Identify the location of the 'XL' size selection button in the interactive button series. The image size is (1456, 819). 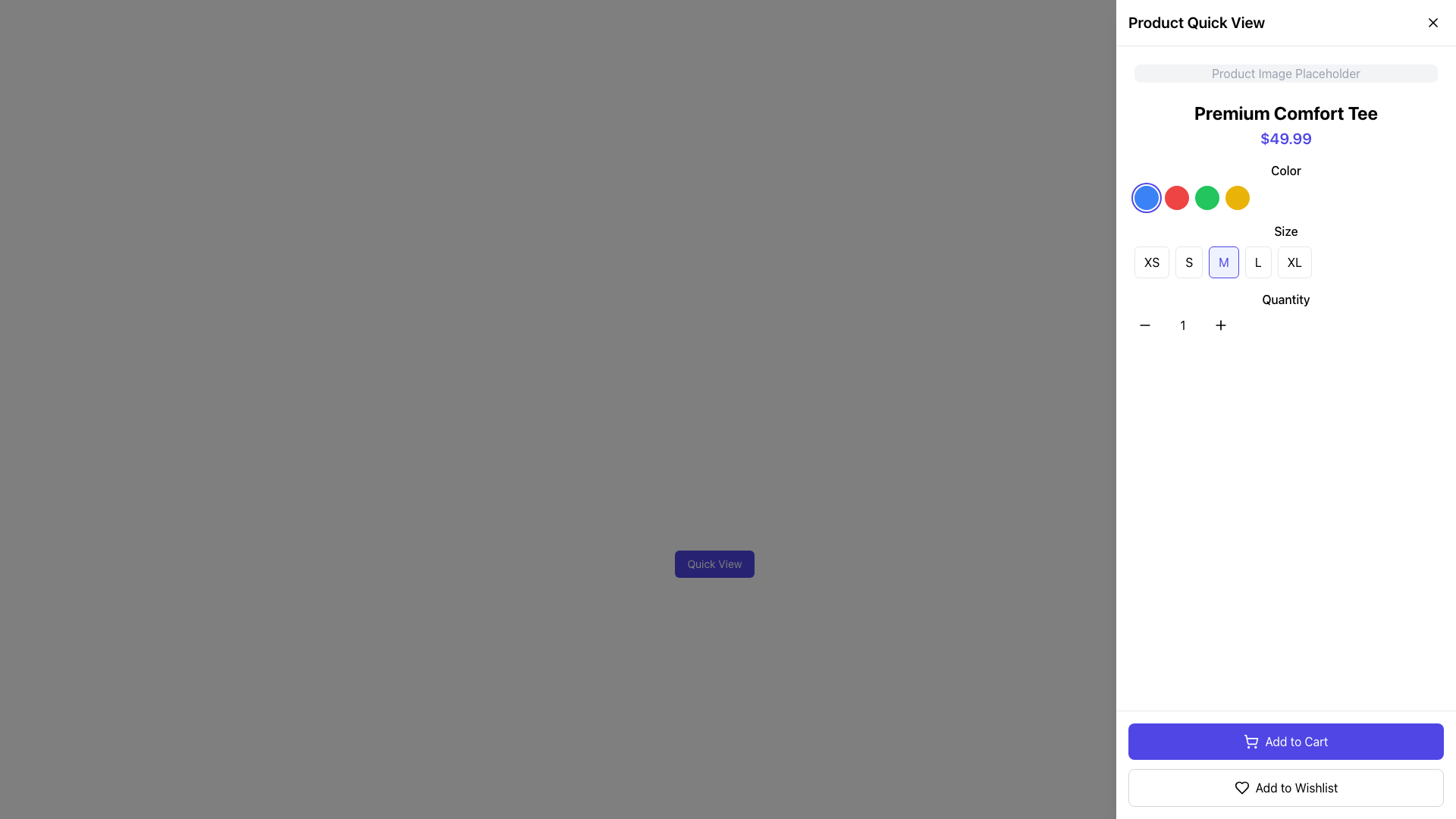
(1285, 262).